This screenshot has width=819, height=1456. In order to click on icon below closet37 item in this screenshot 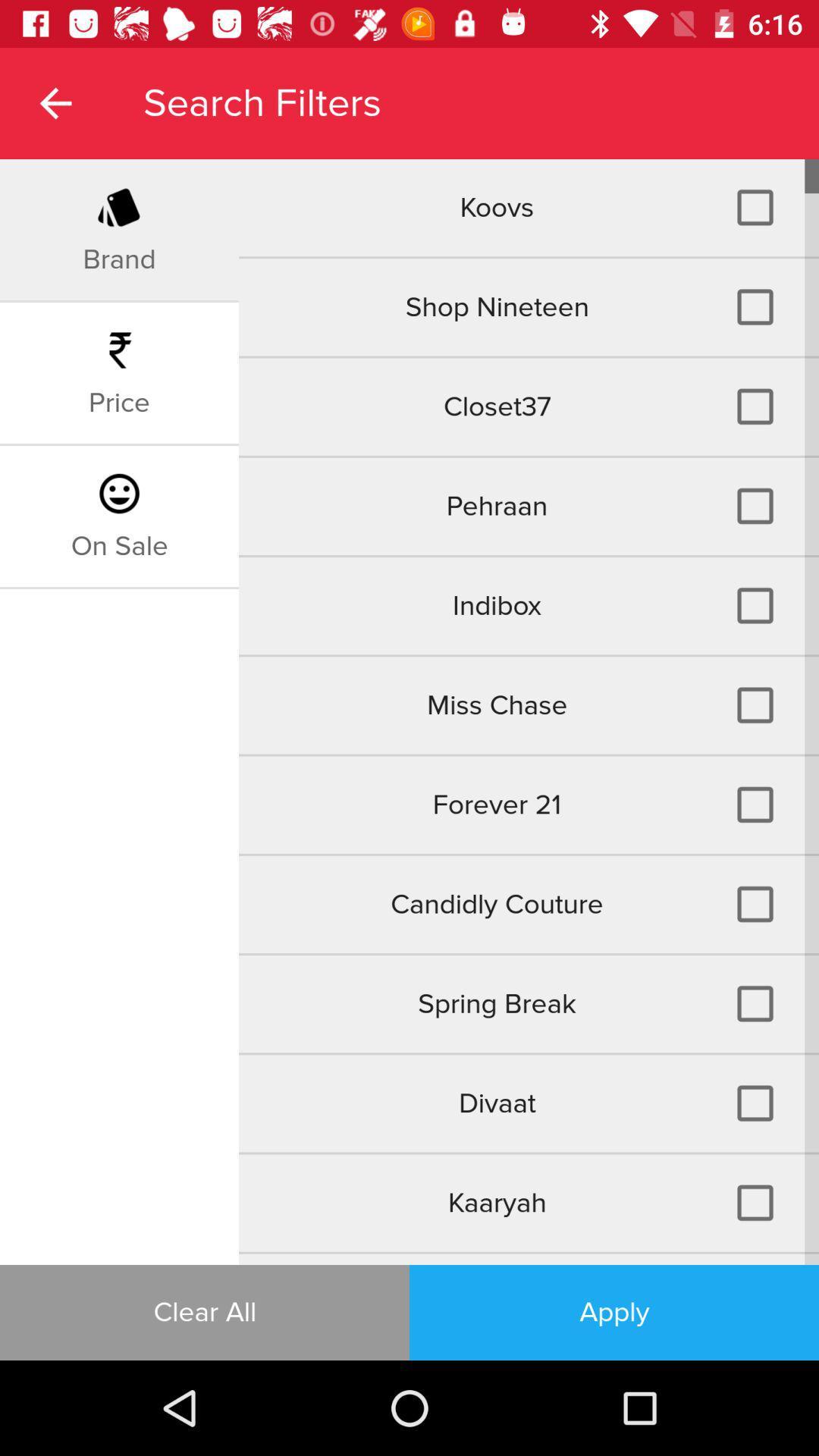, I will do `click(528, 506)`.